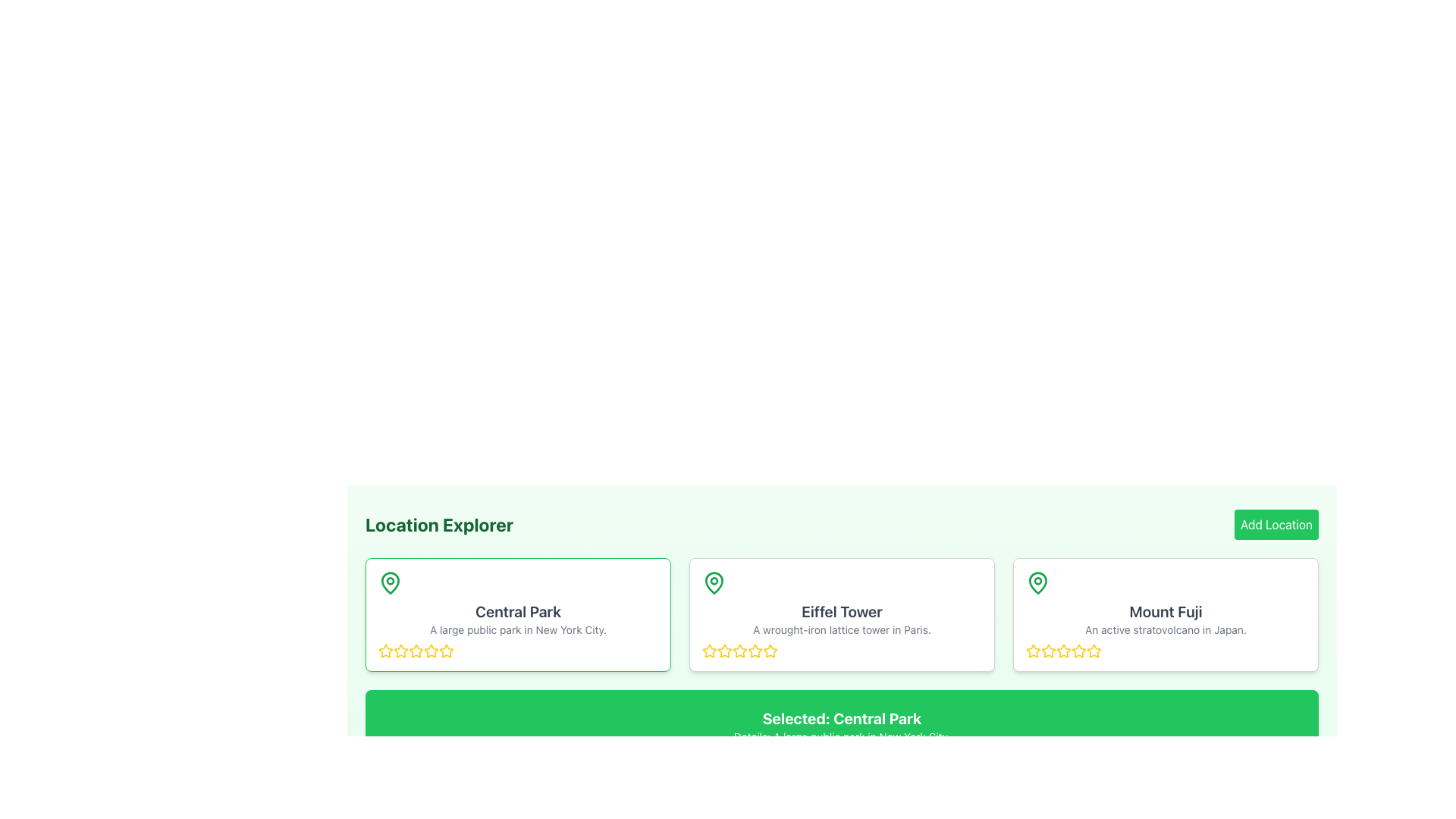  Describe the element at coordinates (1062, 649) in the screenshot. I see `the second star icon with a yellow outline and white fill, located beneath the 'Mount Fuji' label` at that location.